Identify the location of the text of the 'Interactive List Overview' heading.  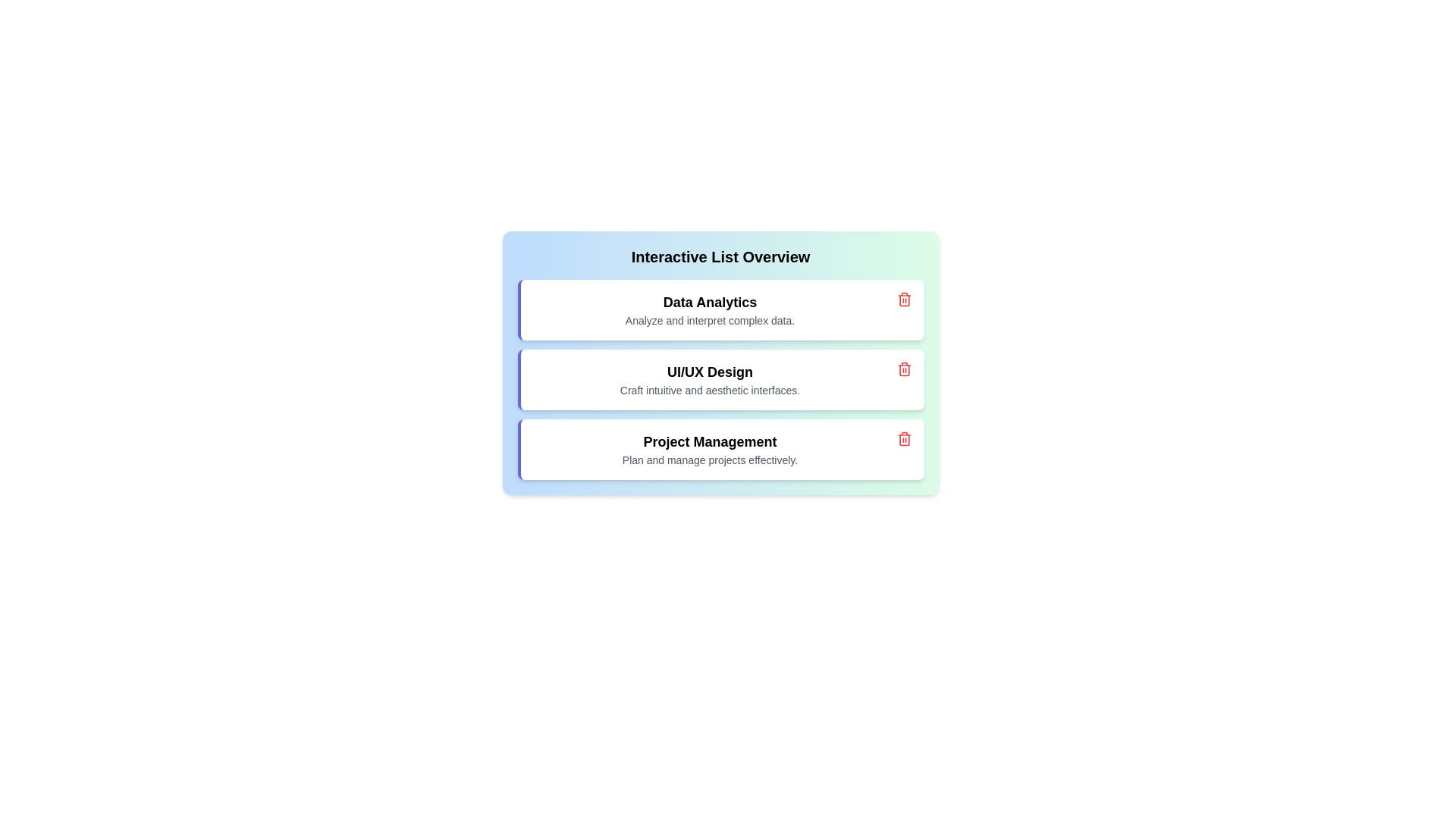
(720, 256).